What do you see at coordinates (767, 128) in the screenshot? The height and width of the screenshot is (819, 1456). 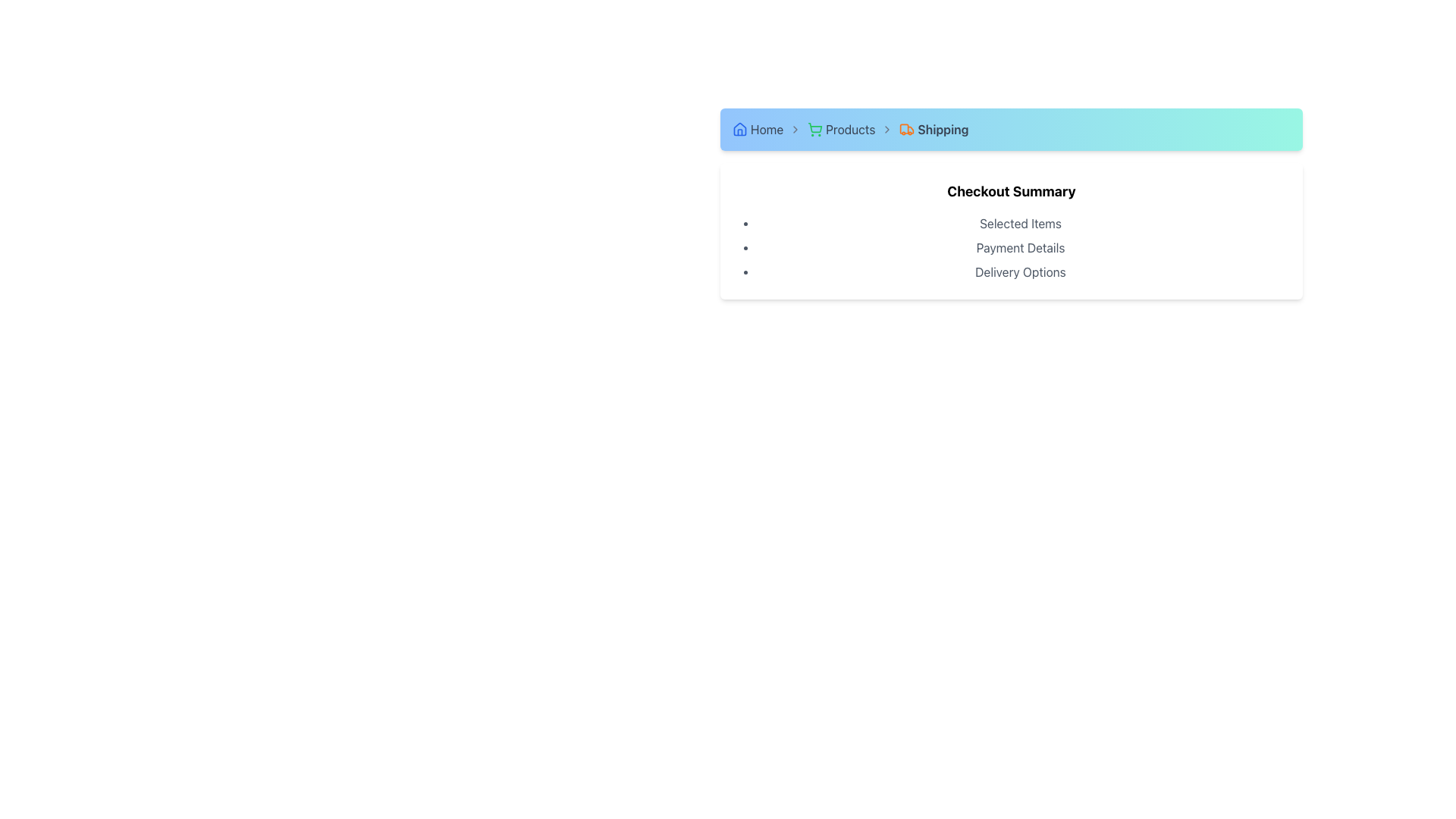 I see `the 'Home' label in the breadcrumb navigation bar, which indicates the user's current position and is located between the home icon and the 'Products' text` at bounding box center [767, 128].